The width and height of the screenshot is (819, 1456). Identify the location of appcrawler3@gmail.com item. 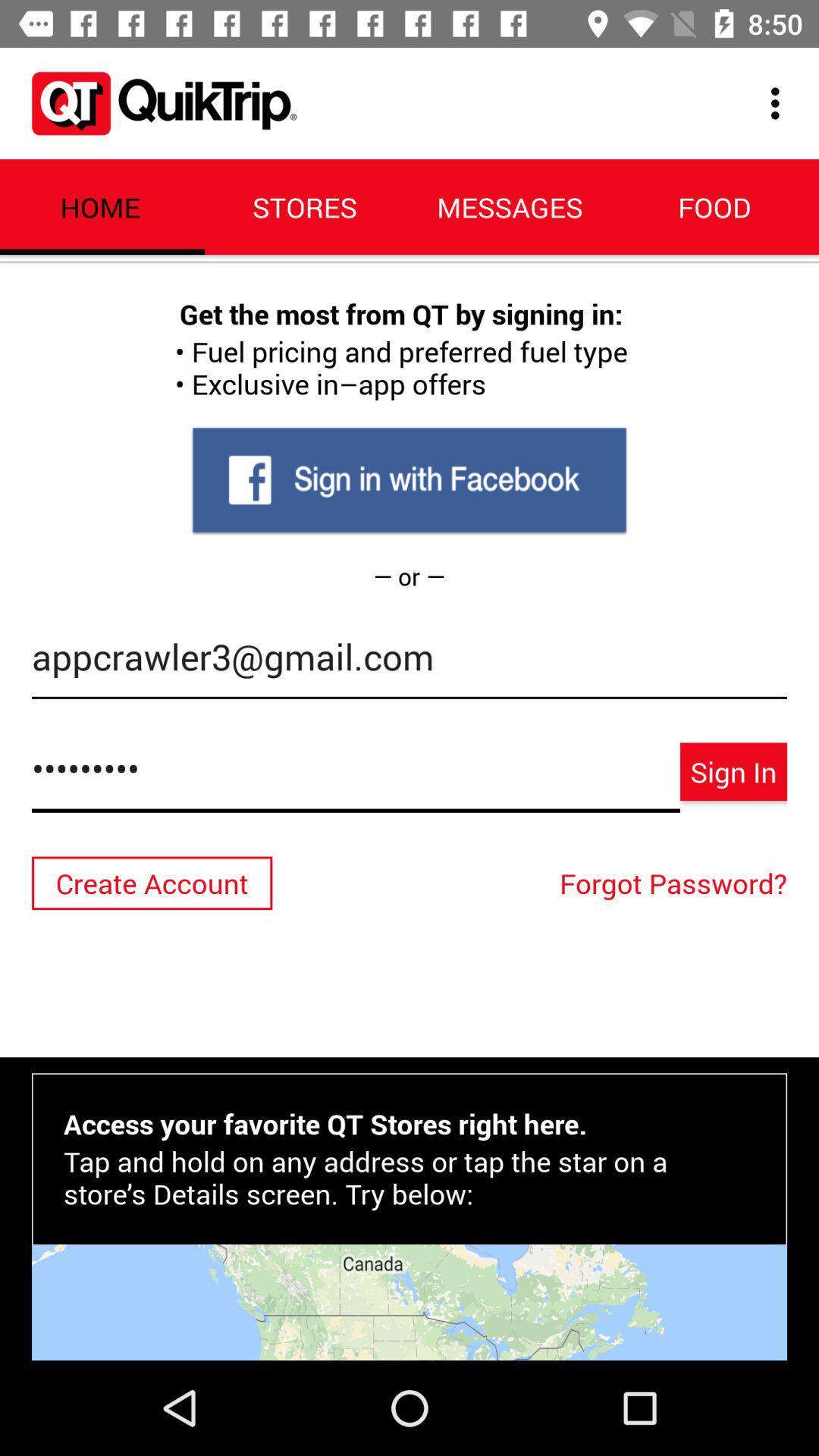
(409, 664).